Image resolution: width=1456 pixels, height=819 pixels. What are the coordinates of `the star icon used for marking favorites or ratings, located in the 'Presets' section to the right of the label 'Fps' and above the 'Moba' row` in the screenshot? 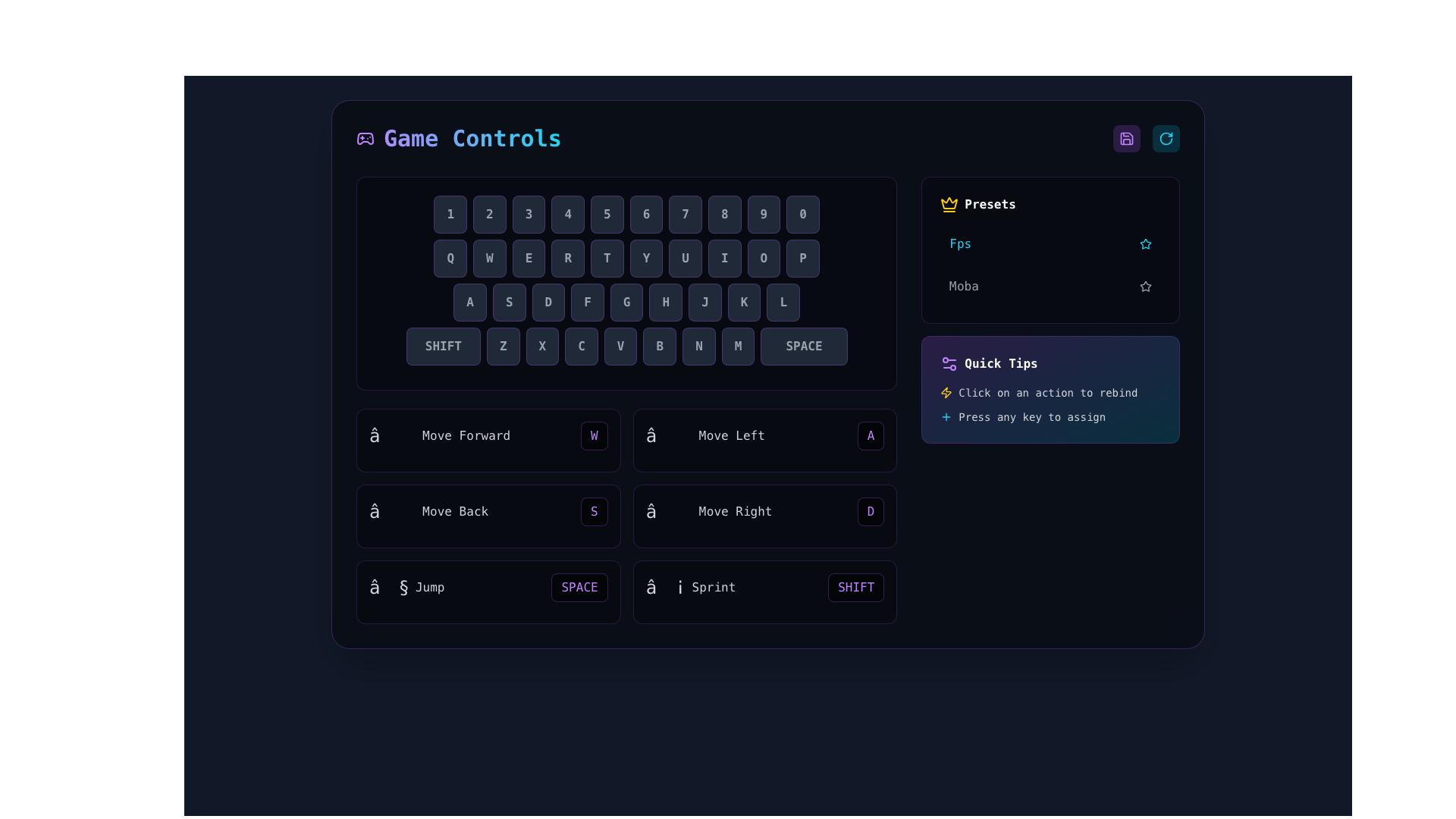 It's located at (1146, 286).